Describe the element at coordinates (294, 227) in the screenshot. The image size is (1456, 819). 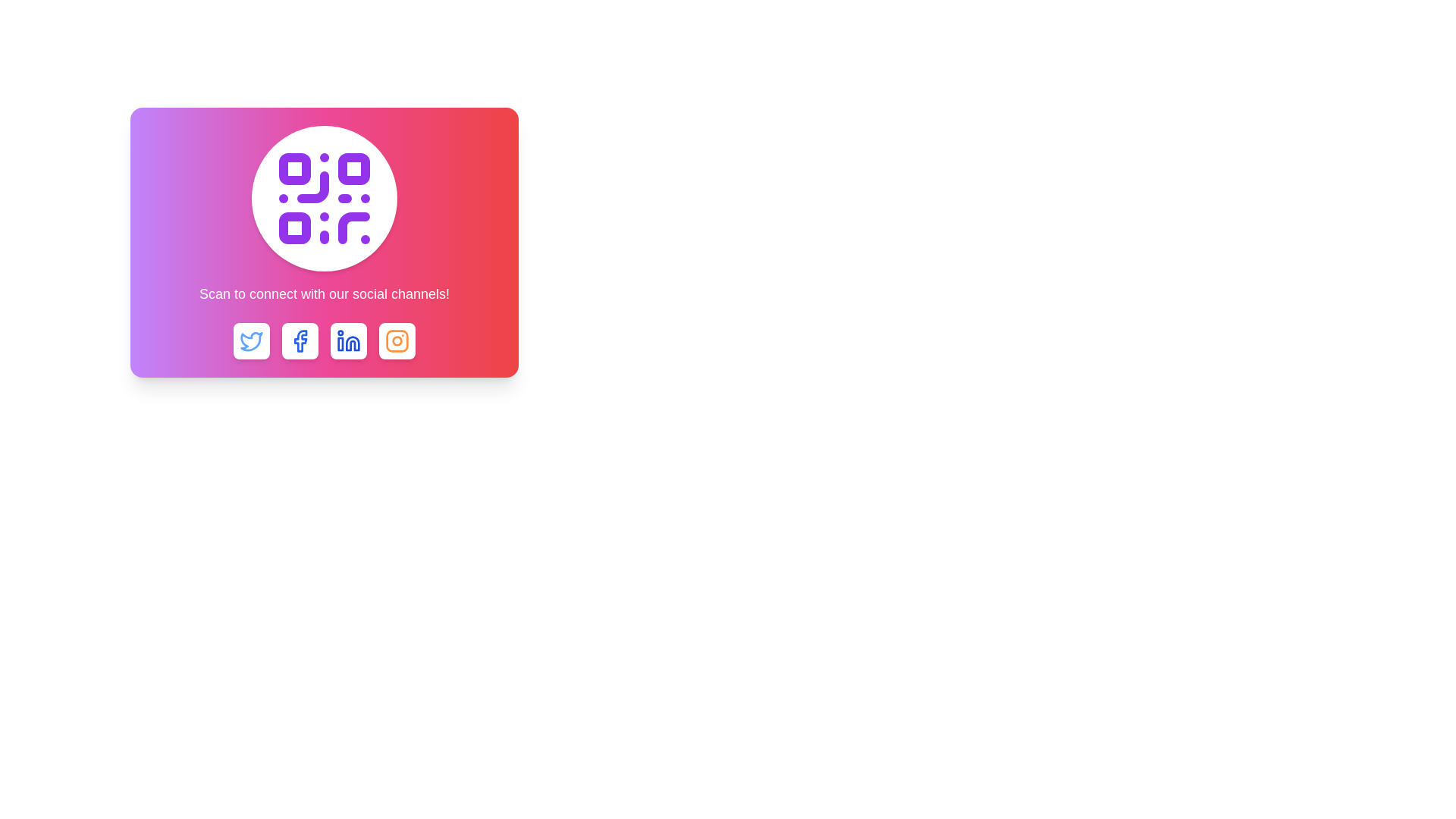
I see `the third visible square-shaped component in the lower-left section of the QR code, which contributes to its scannable pattern` at that location.